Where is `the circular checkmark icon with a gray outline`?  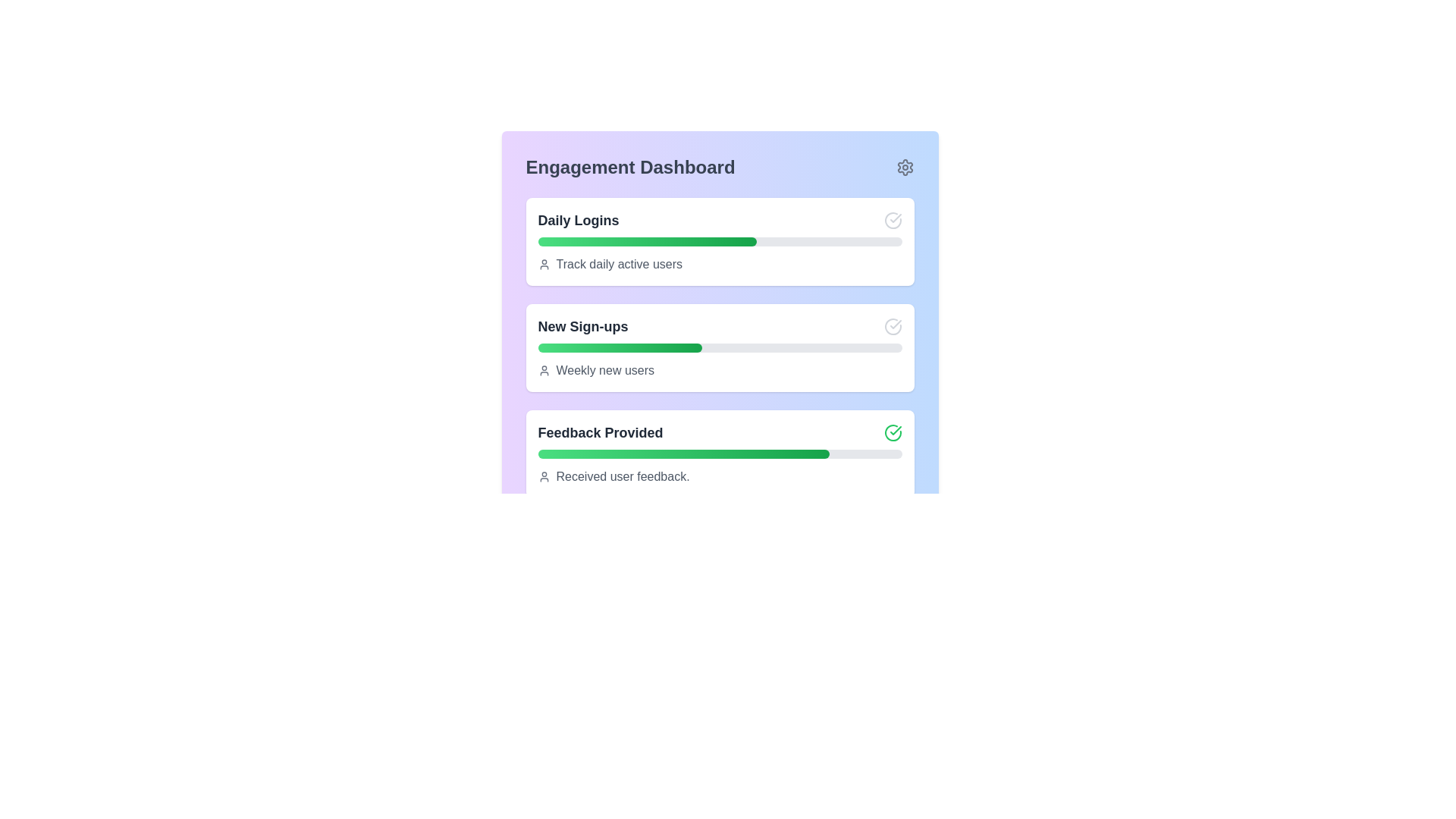 the circular checkmark icon with a gray outline is located at coordinates (893, 220).